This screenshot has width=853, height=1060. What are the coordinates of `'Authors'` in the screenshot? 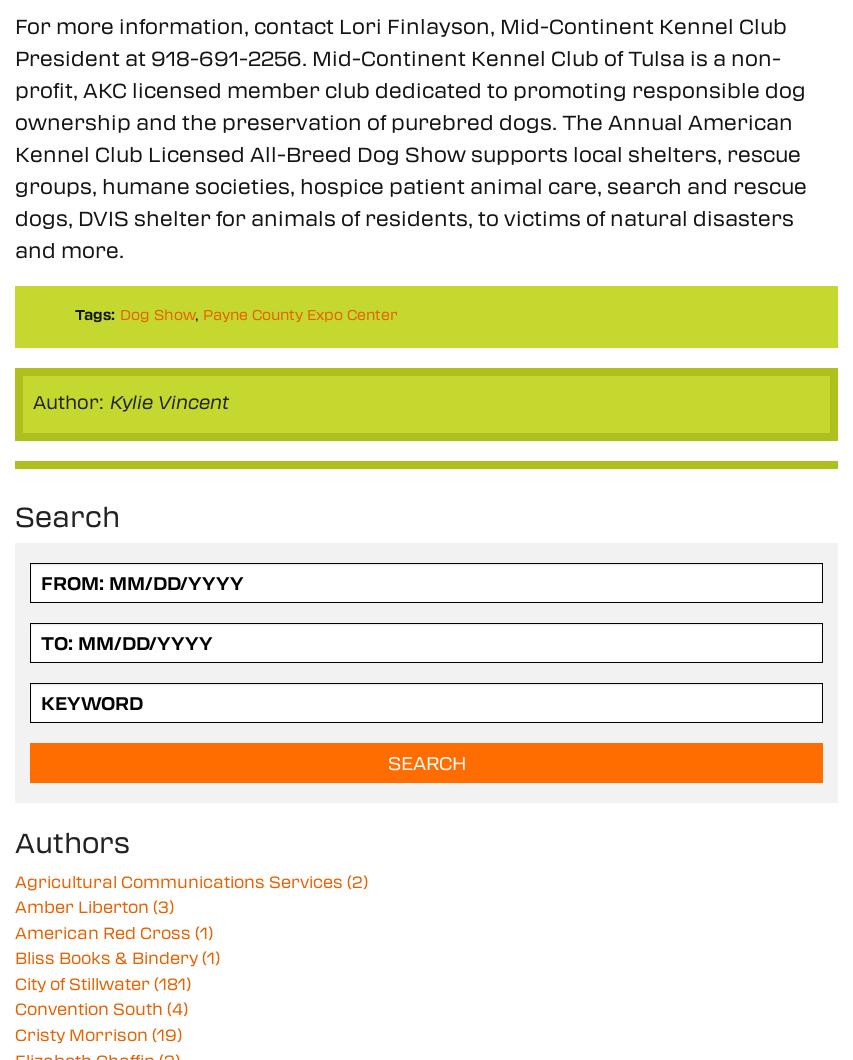 It's located at (14, 840).